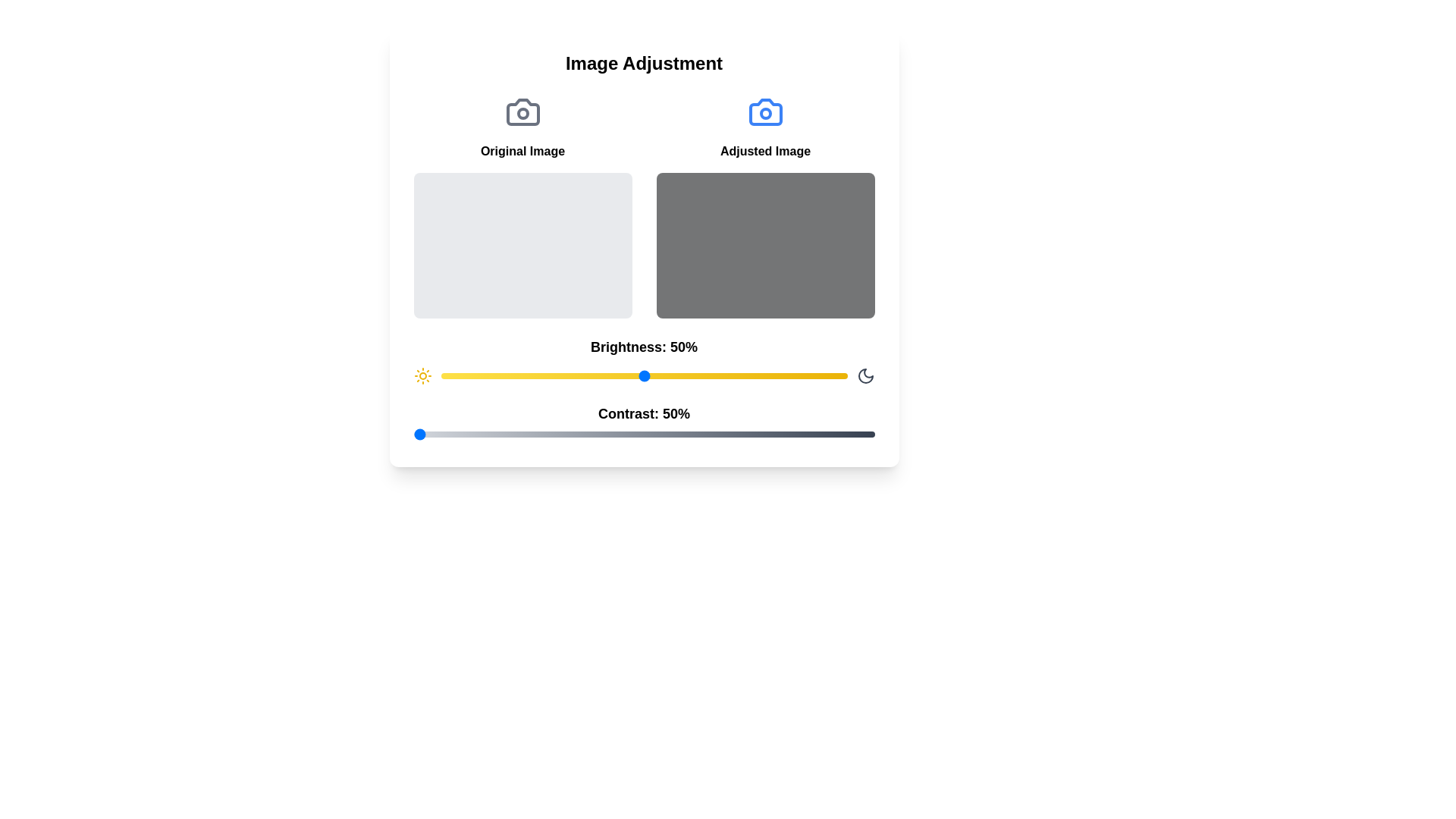 This screenshot has width=1456, height=819. What do you see at coordinates (644, 435) in the screenshot?
I see `the movable circular knob of the horizontal slider input bar, located beneath the text 'Contrast: 50%'` at bounding box center [644, 435].